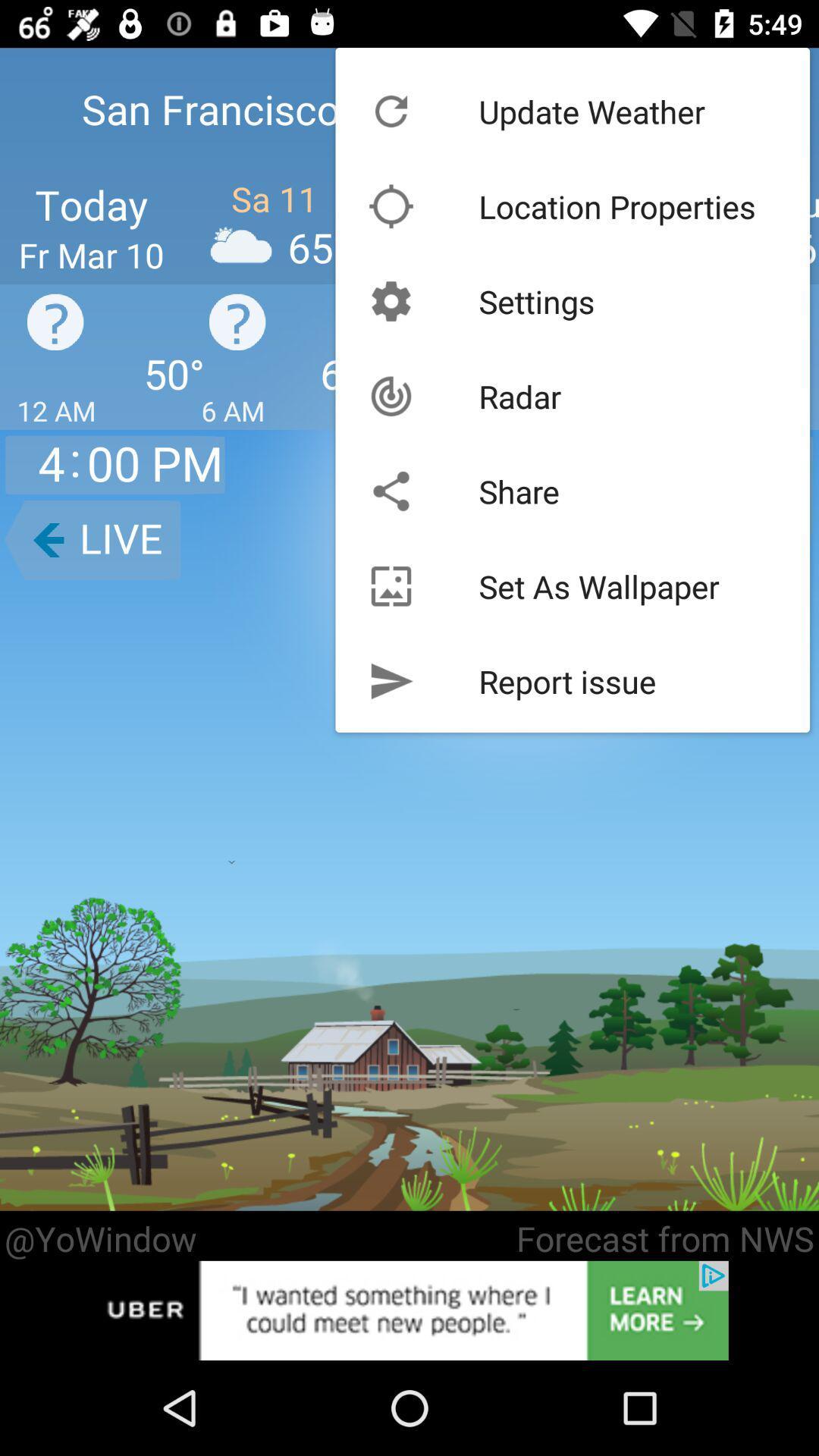 This screenshot has width=819, height=1456. What do you see at coordinates (518, 491) in the screenshot?
I see `the icon above set as wallpaper` at bounding box center [518, 491].